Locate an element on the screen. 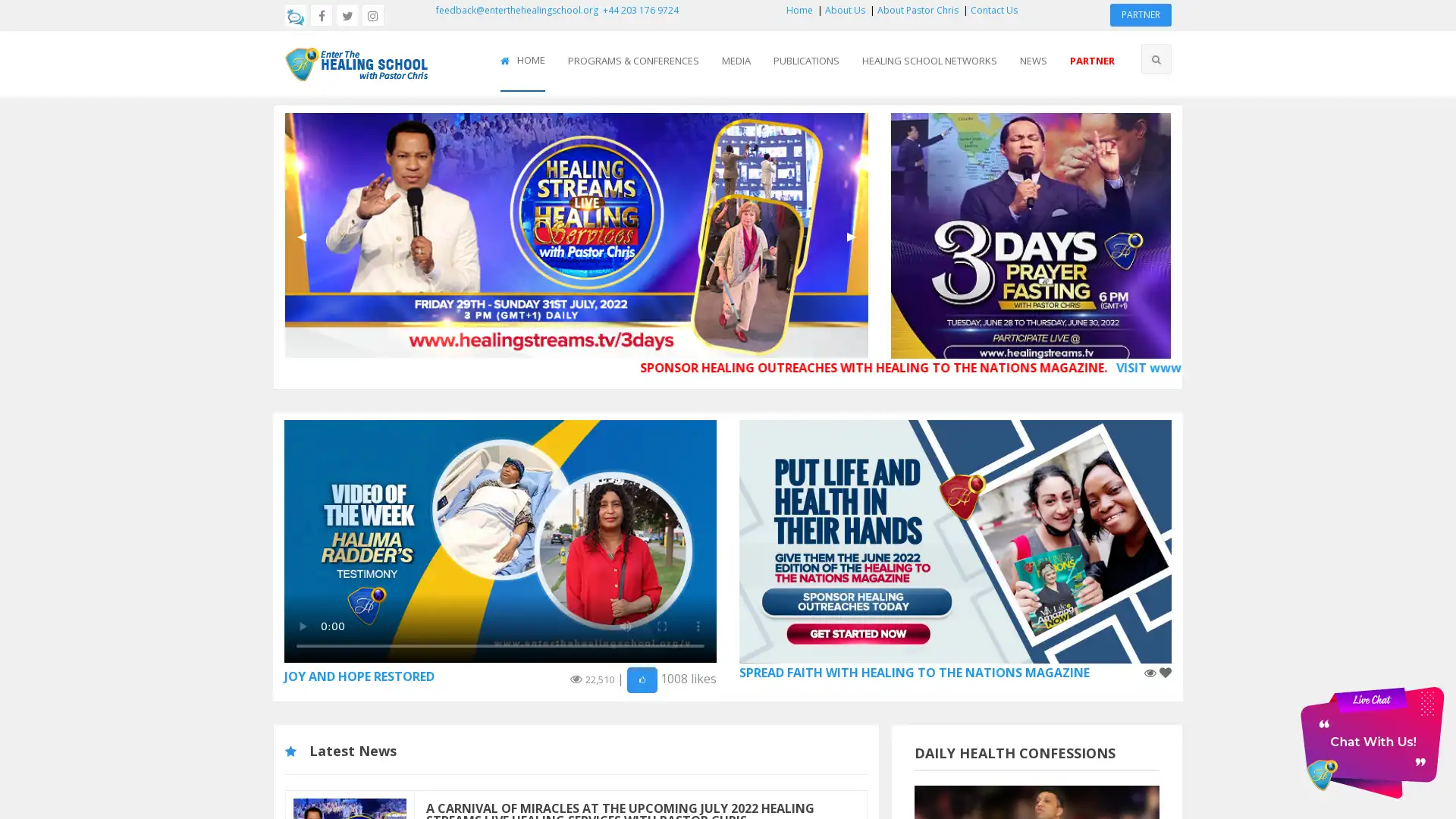  mute is located at coordinates (626, 626).